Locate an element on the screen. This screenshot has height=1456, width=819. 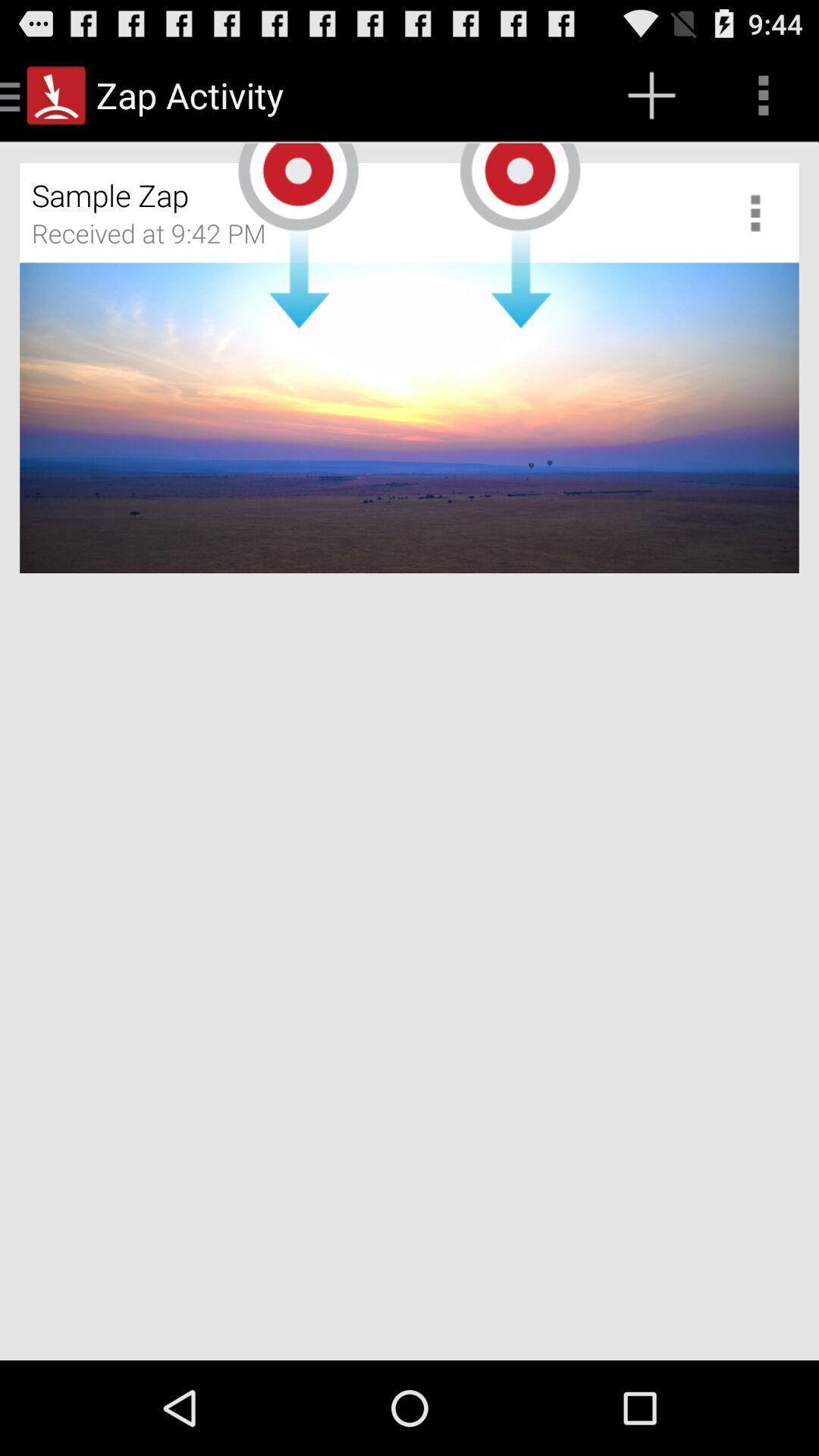
site settings is located at coordinates (761, 212).